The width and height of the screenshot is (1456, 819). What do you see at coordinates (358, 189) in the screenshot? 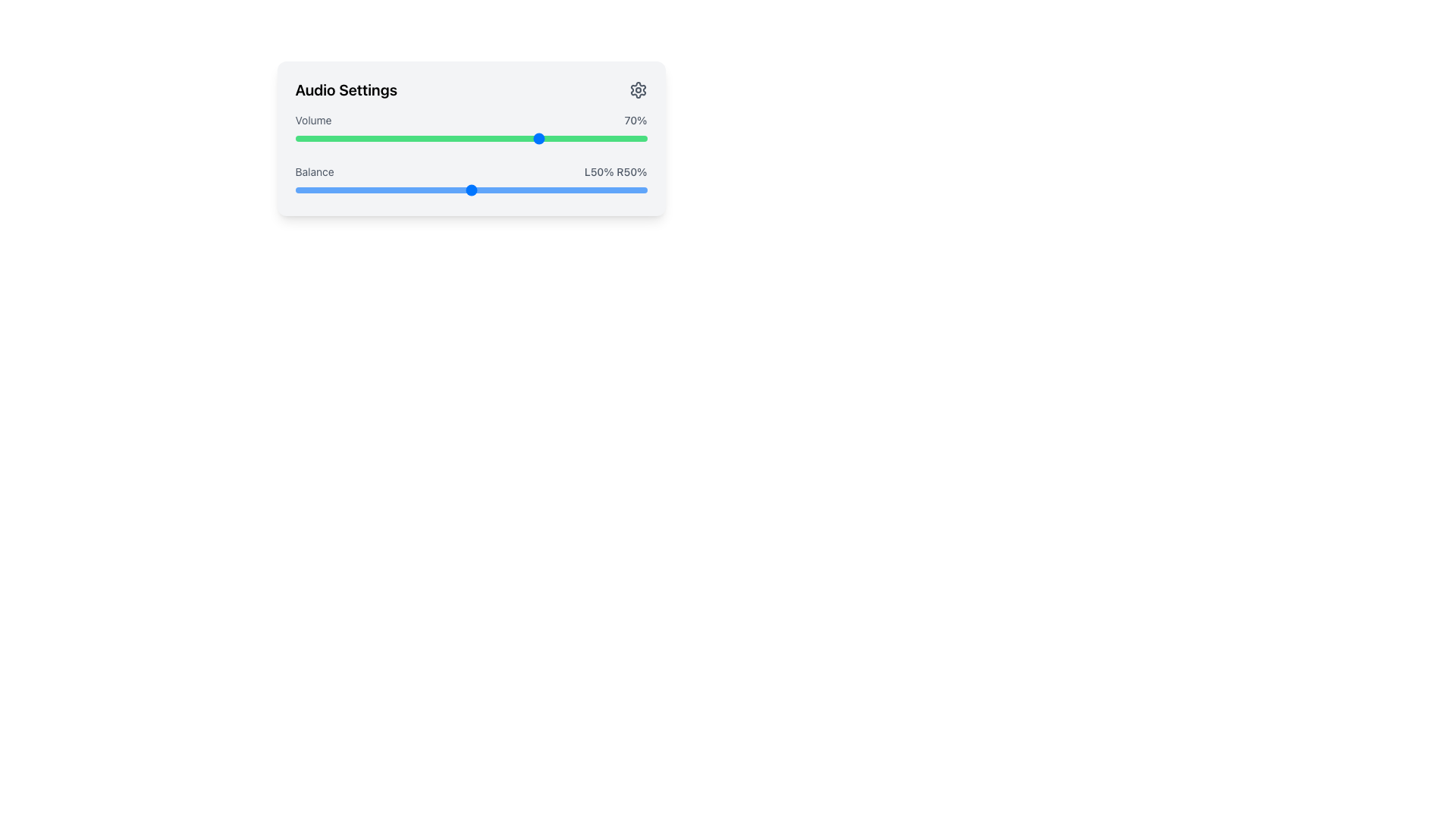
I see `the balance` at bounding box center [358, 189].